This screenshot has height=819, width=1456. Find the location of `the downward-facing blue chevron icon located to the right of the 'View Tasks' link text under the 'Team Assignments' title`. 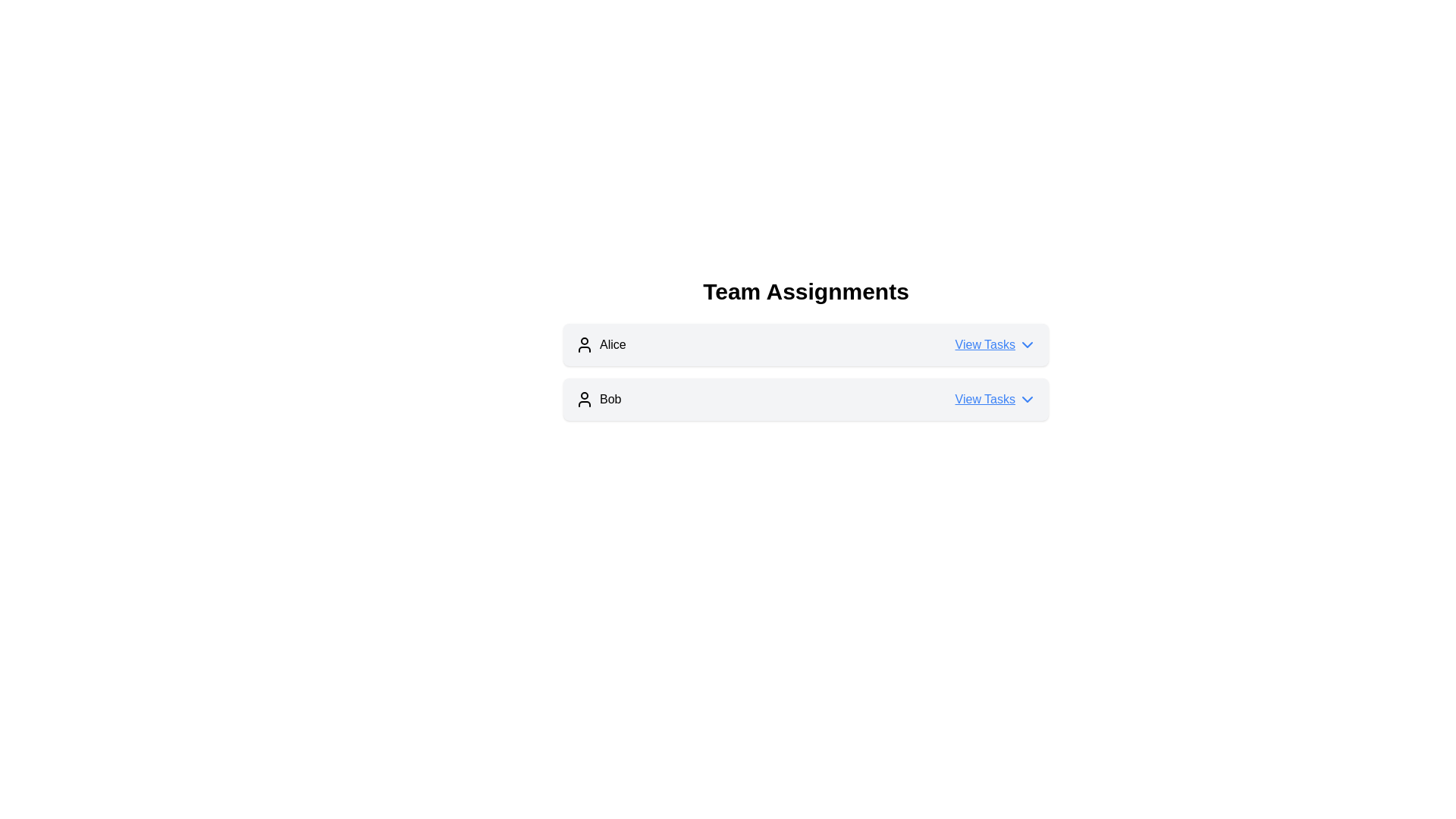

the downward-facing blue chevron icon located to the right of the 'View Tasks' link text under the 'Team Assignments' title is located at coordinates (1027, 399).